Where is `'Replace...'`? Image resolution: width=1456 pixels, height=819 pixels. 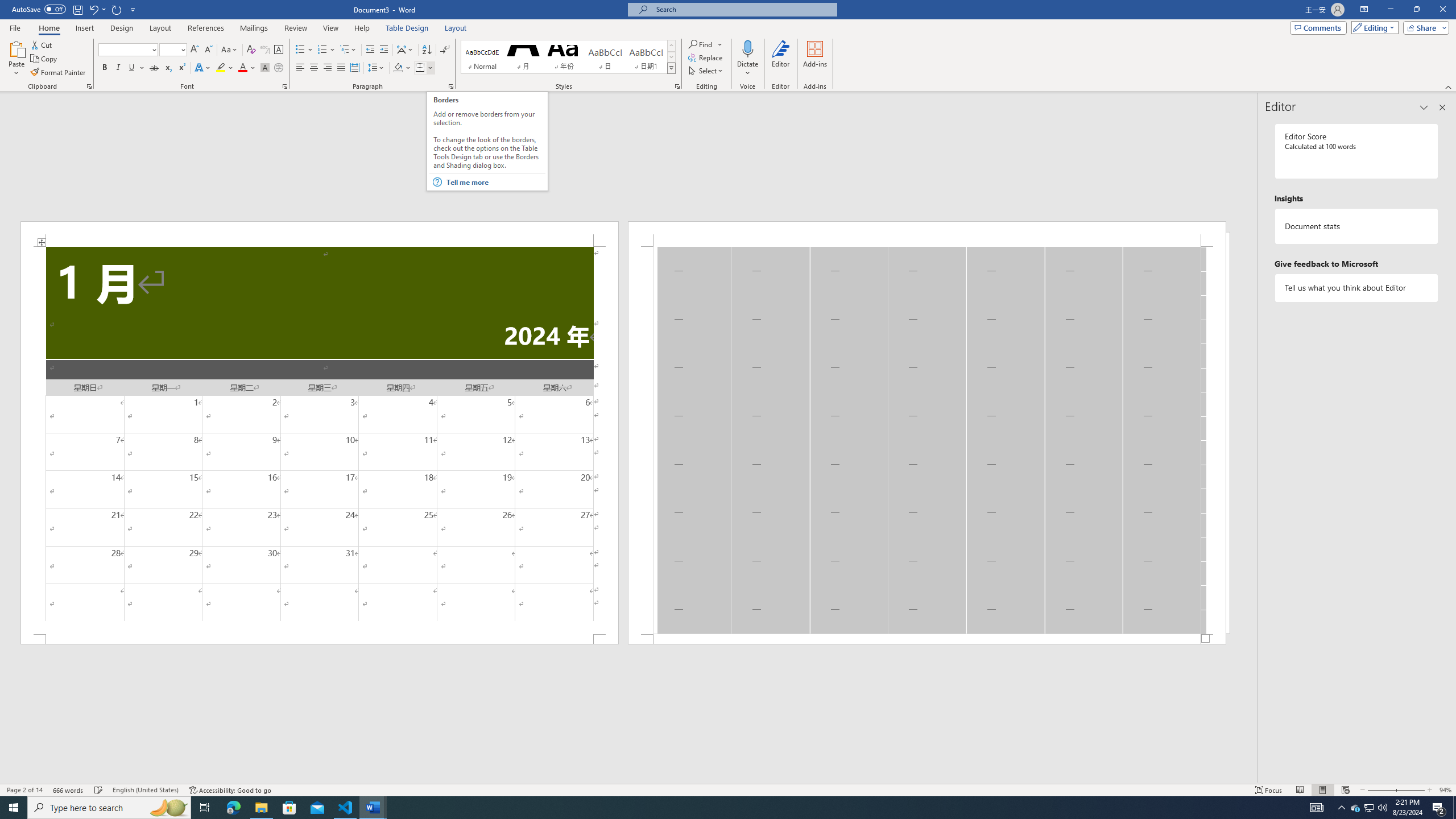
'Replace...' is located at coordinates (705, 56).